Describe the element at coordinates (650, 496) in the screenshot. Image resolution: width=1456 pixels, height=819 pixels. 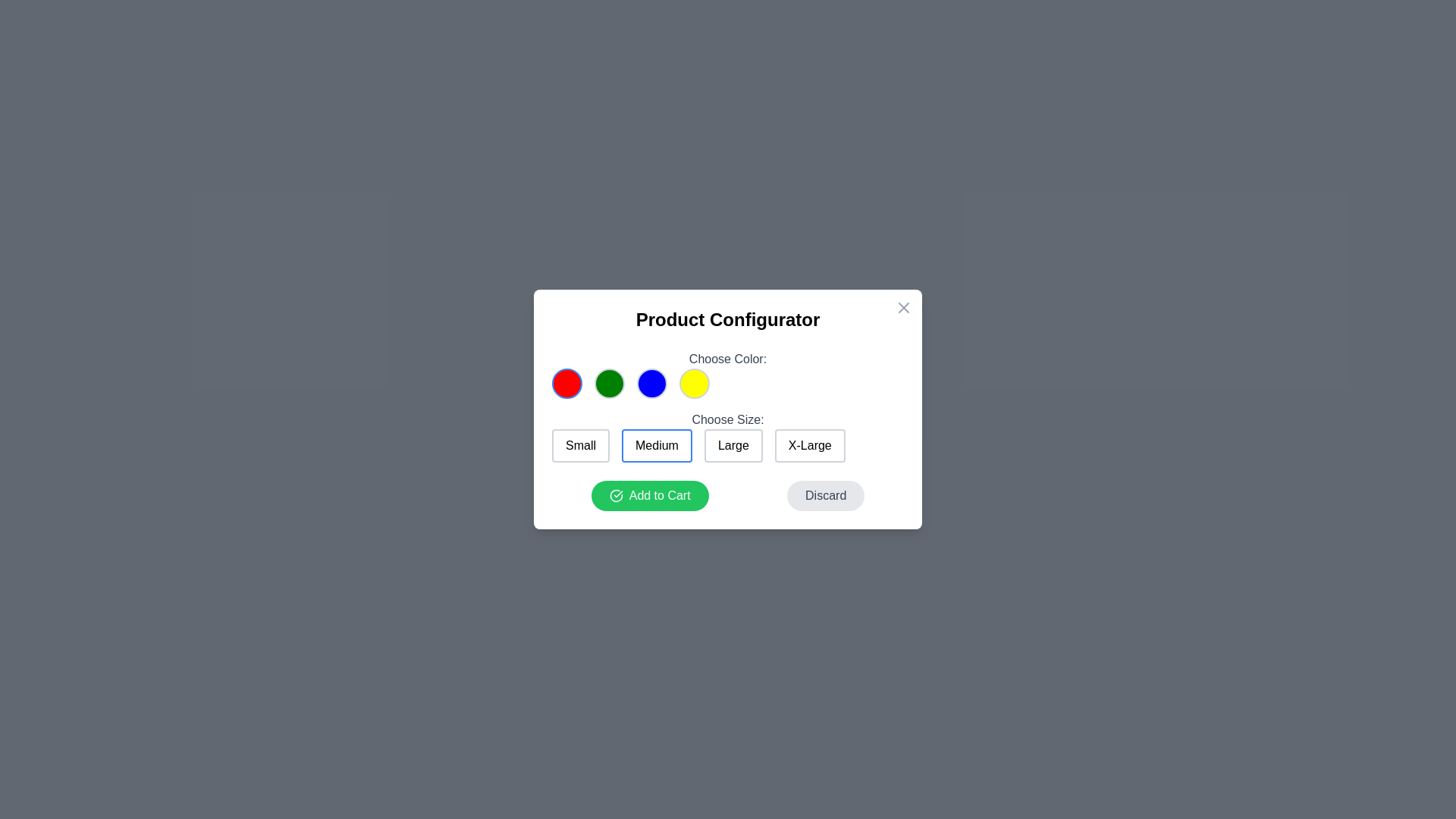
I see `the 'Add to Cart' button in the 'Product Configurator' dialog` at that location.